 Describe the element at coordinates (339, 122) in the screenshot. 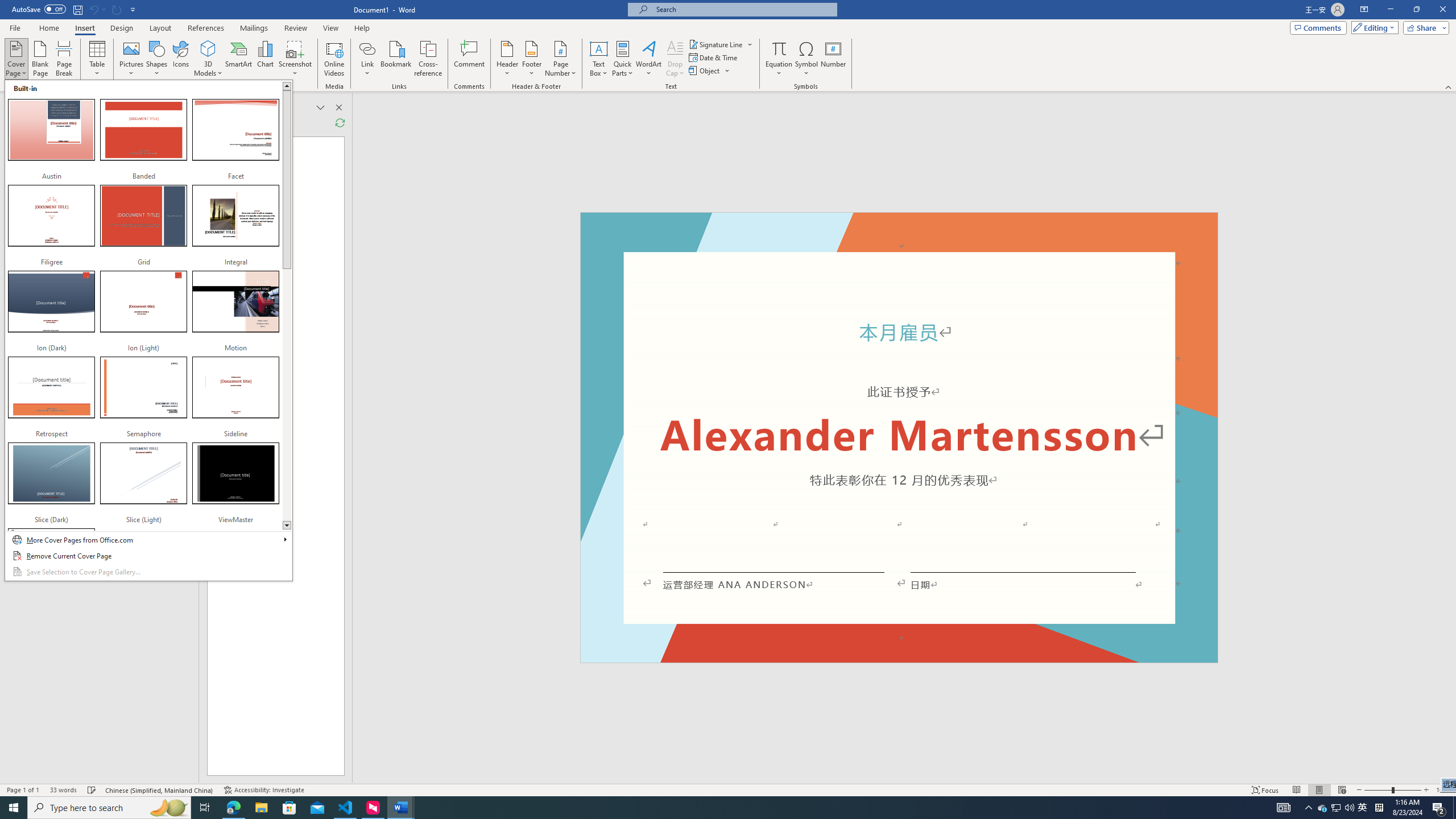

I see `'Refresh Reviewing Pane'` at that location.